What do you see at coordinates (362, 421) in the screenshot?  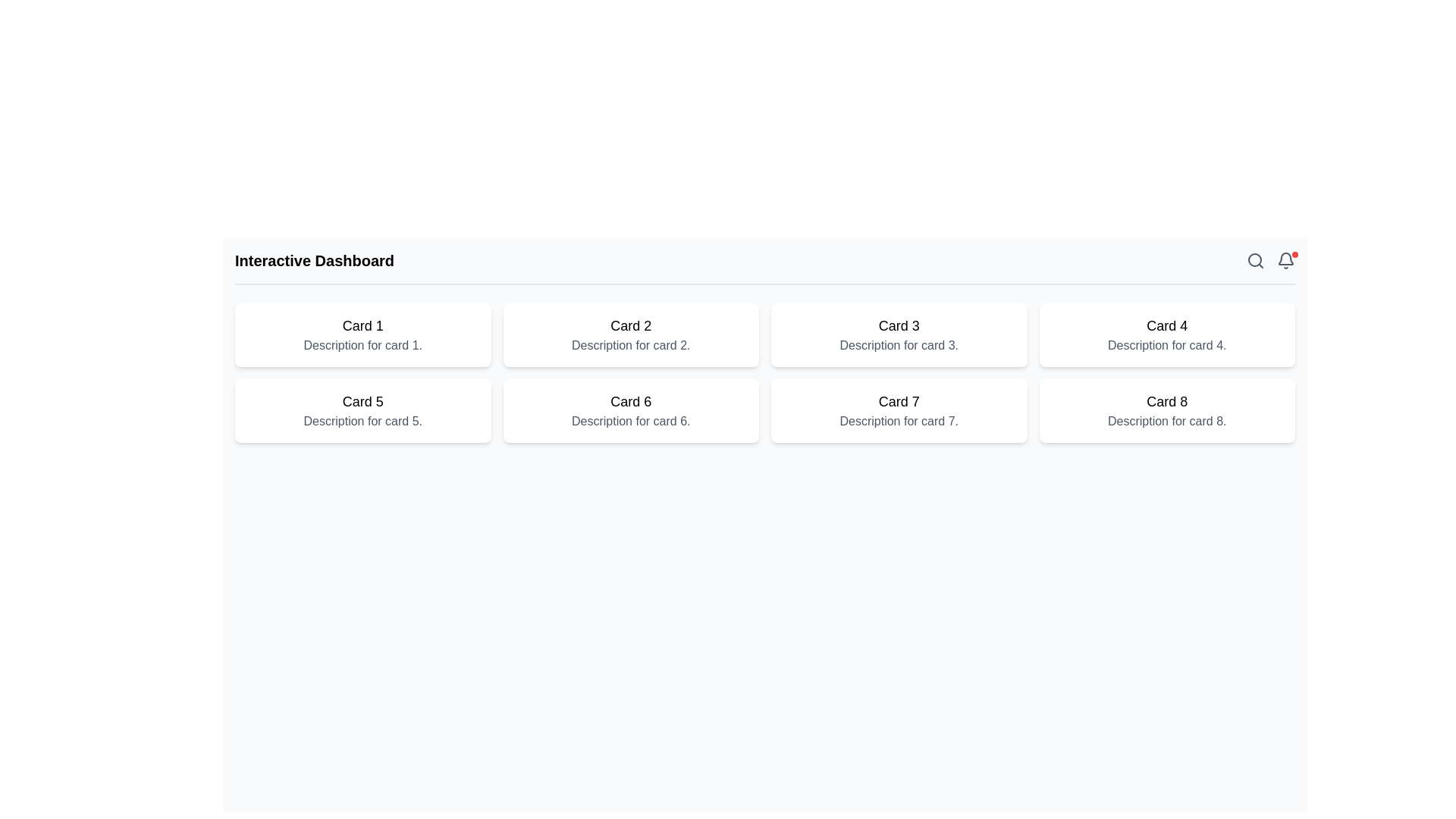 I see `supplementary text element displaying 'Description for card 5.' located beneath the main title 'Card 5' in the second row and first column of the card grid` at bounding box center [362, 421].